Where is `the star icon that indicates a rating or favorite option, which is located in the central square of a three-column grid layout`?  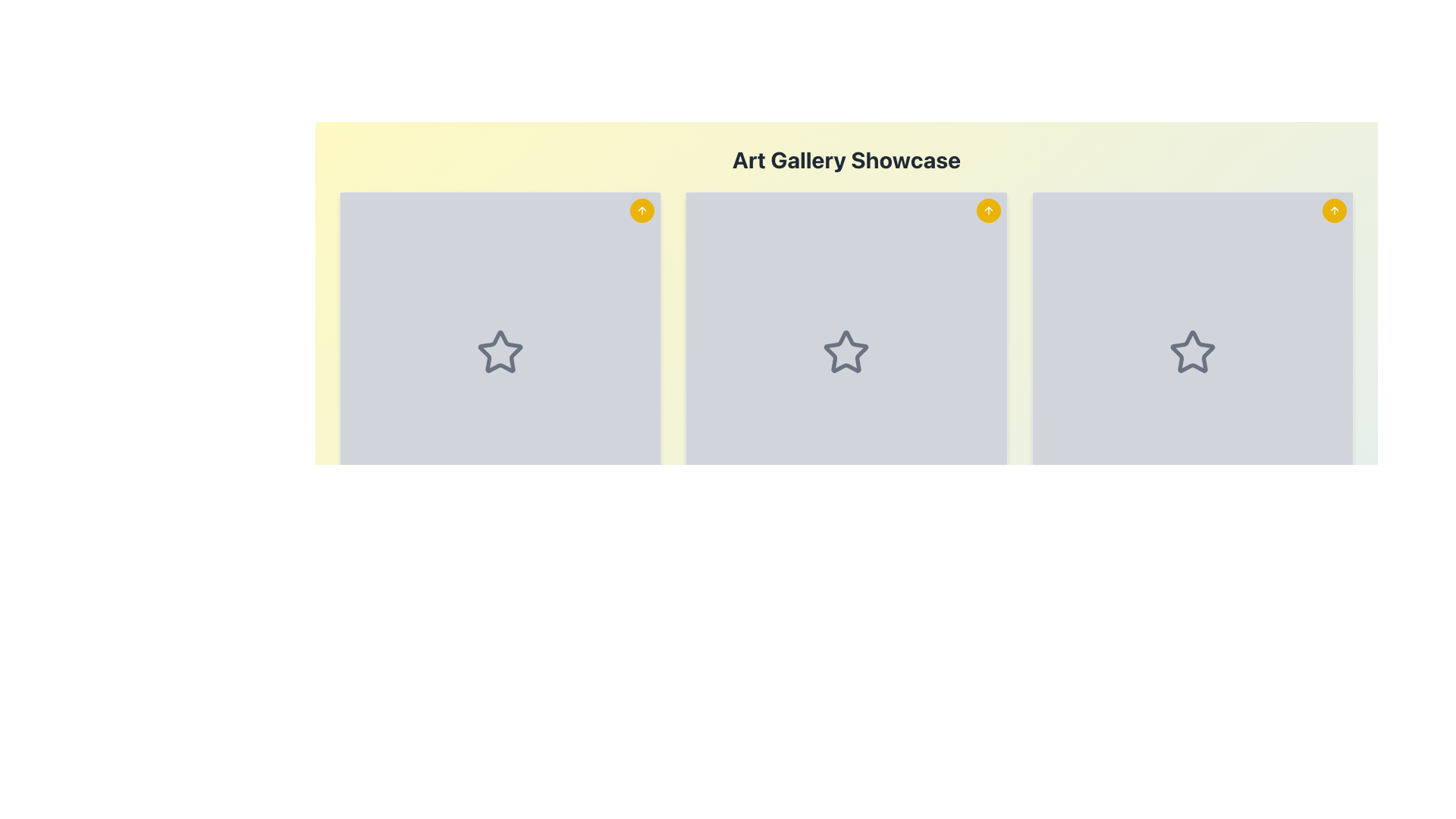 the star icon that indicates a rating or favorite option, which is located in the central square of a three-column grid layout is located at coordinates (846, 353).